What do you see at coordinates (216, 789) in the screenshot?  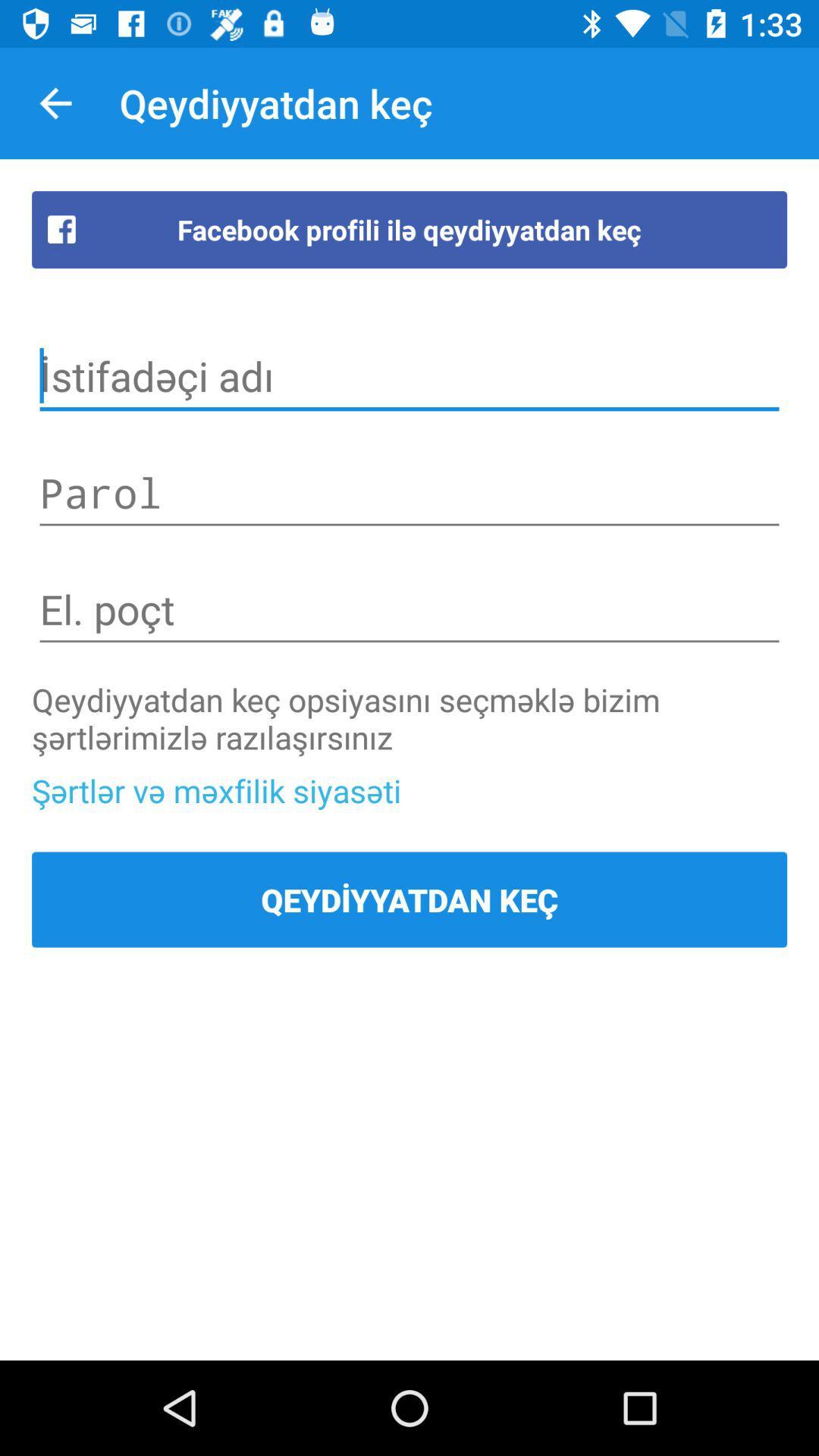 I see `icon on the left` at bounding box center [216, 789].